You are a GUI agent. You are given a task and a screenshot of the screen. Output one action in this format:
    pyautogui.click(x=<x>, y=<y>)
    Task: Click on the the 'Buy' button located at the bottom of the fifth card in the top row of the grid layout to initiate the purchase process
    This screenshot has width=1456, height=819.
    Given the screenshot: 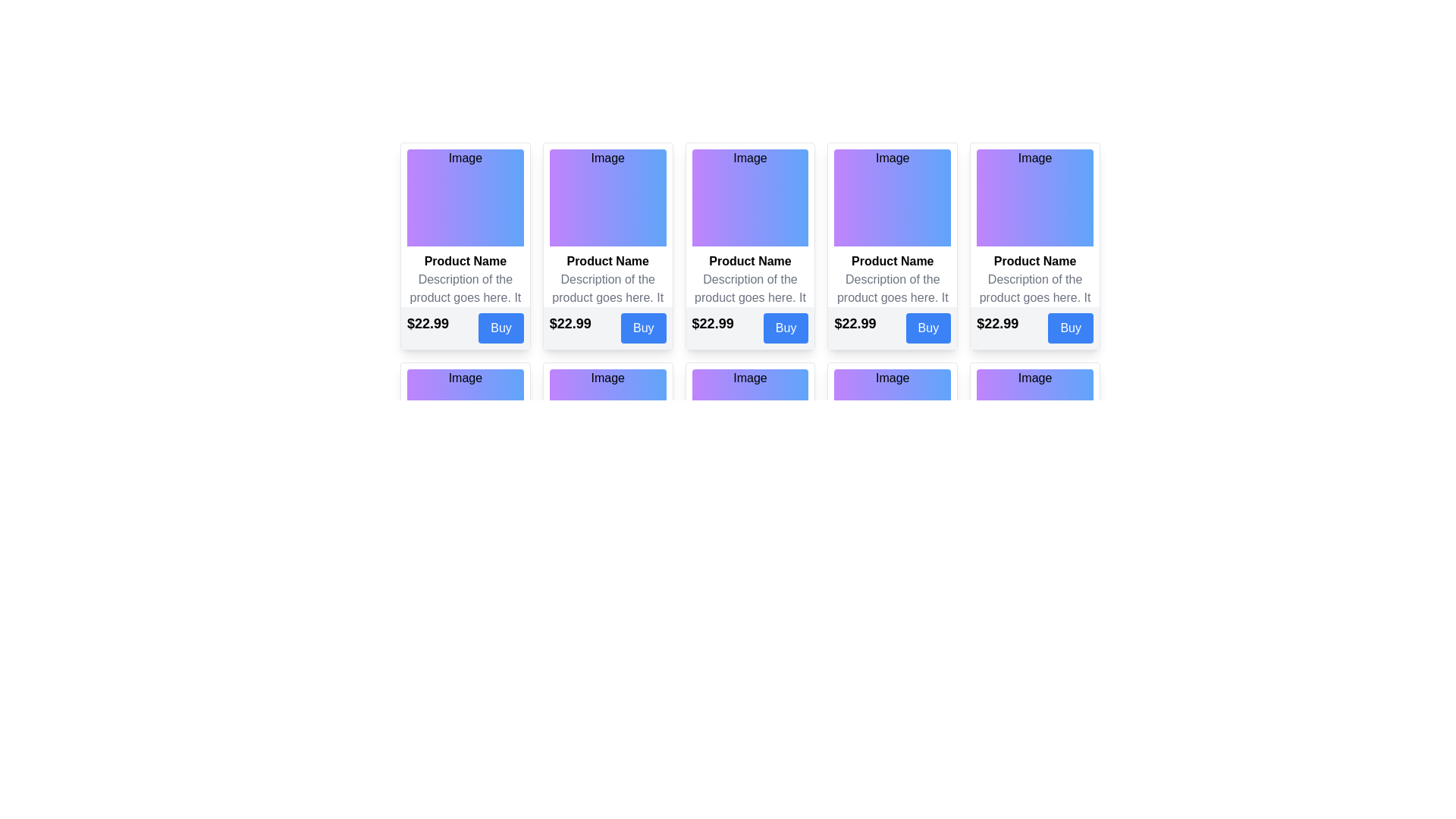 What is the action you would take?
    pyautogui.click(x=893, y=327)
    